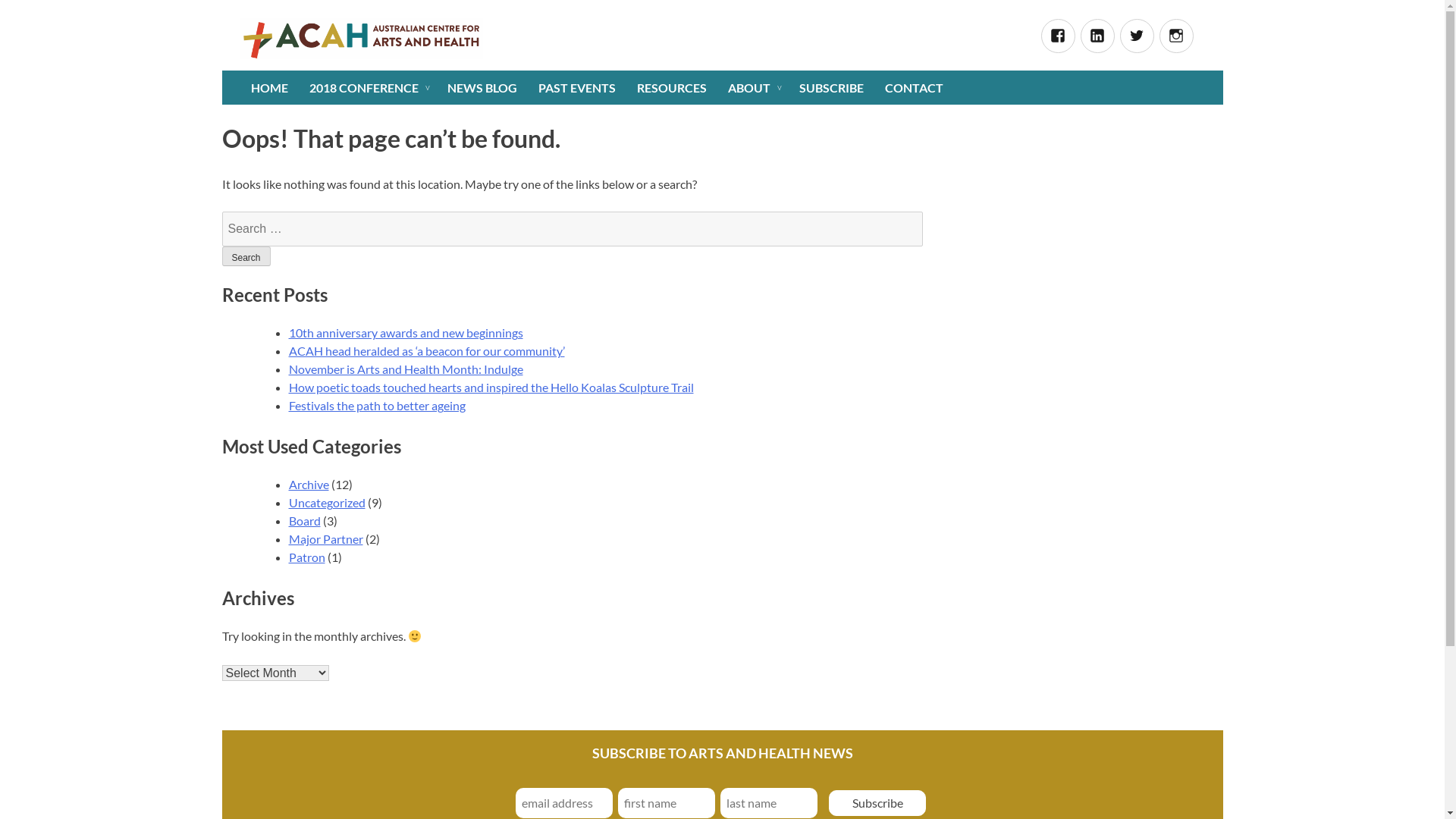 Image resolution: width=1456 pixels, height=819 pixels. I want to click on 'ABOUT', so click(716, 87).